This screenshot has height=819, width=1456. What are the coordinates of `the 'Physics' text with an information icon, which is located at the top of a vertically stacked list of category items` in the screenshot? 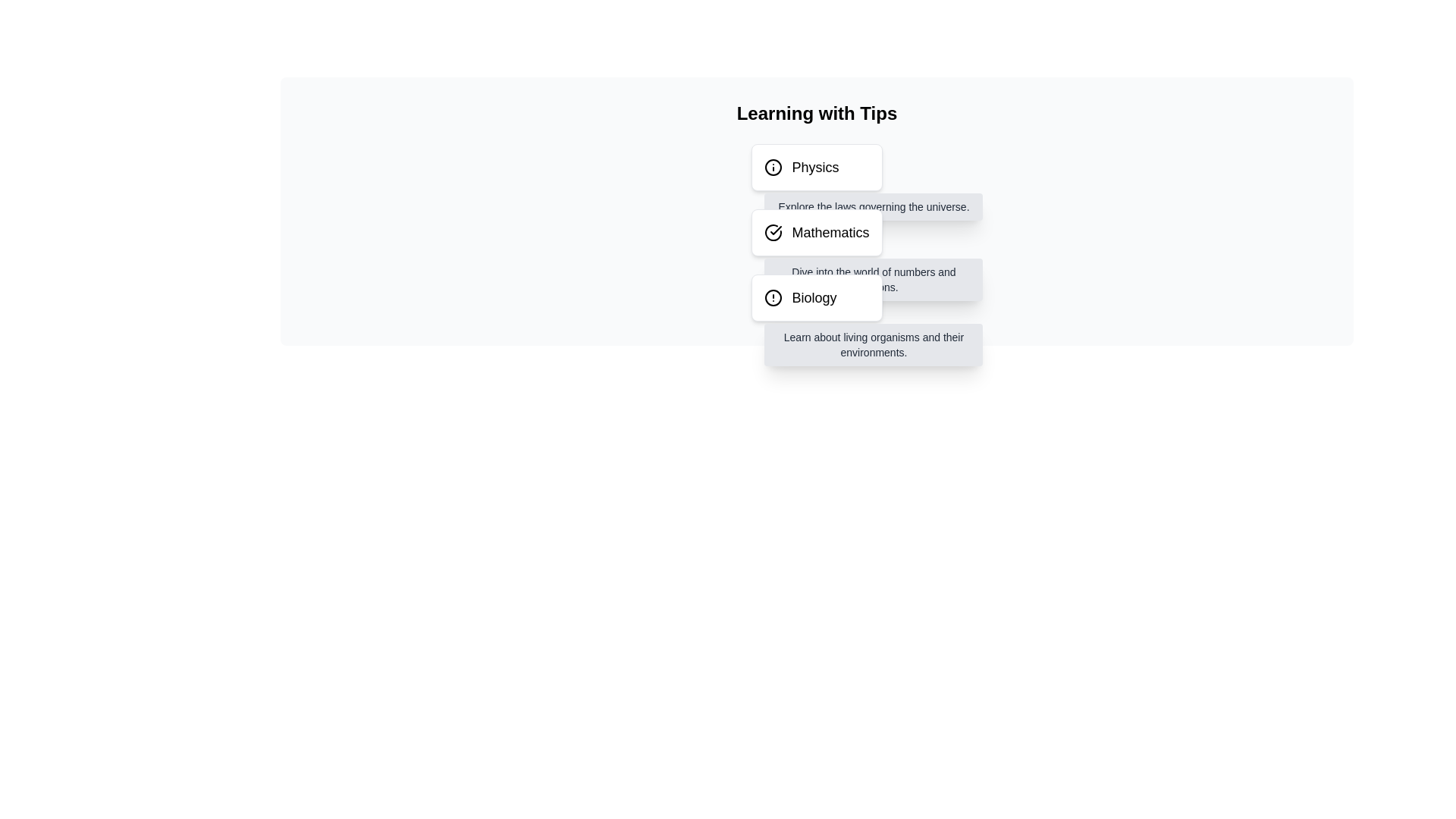 It's located at (816, 167).